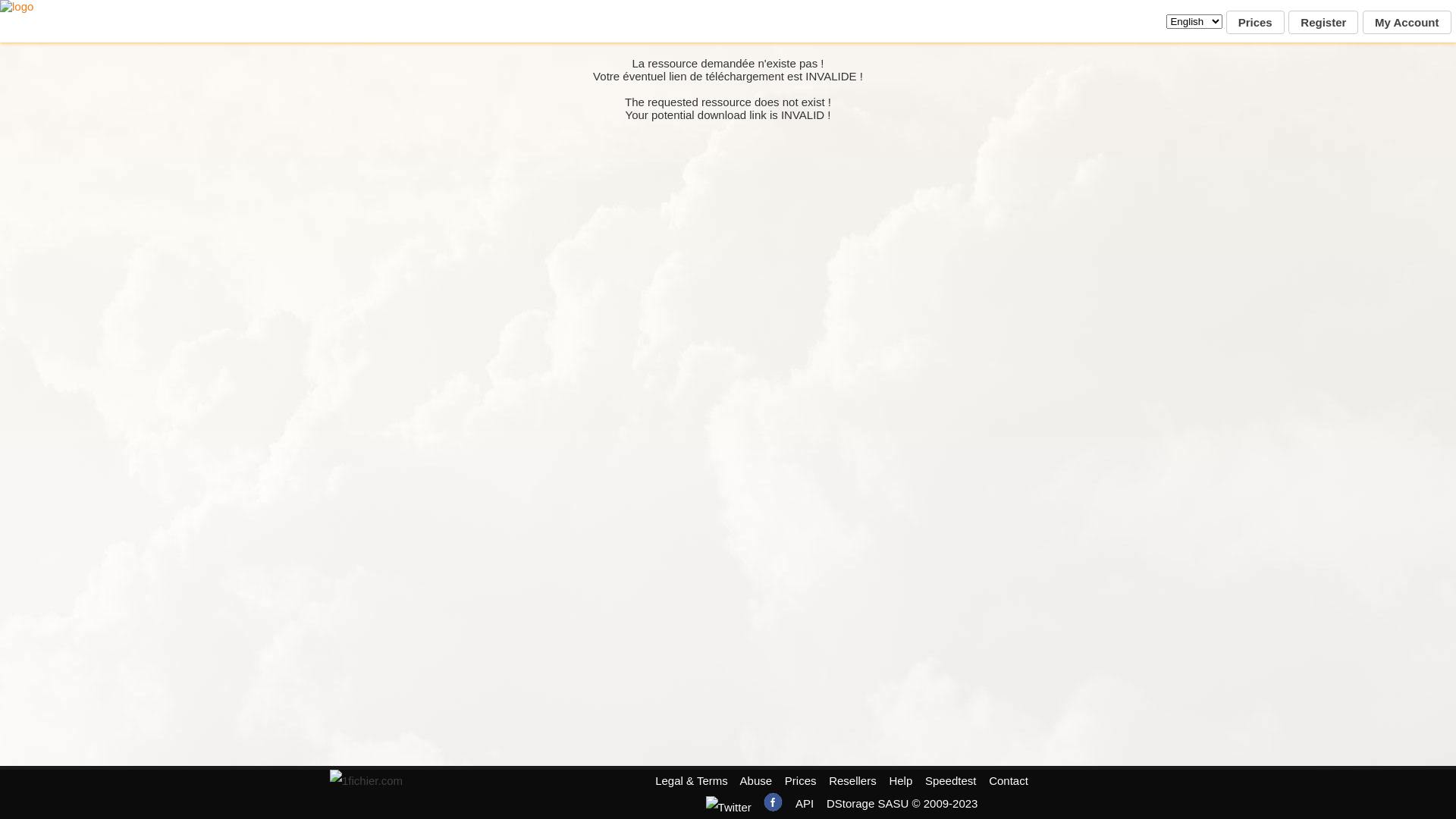 This screenshot has width=1456, height=819. What do you see at coordinates (655, 780) in the screenshot?
I see `'Legal & Terms'` at bounding box center [655, 780].